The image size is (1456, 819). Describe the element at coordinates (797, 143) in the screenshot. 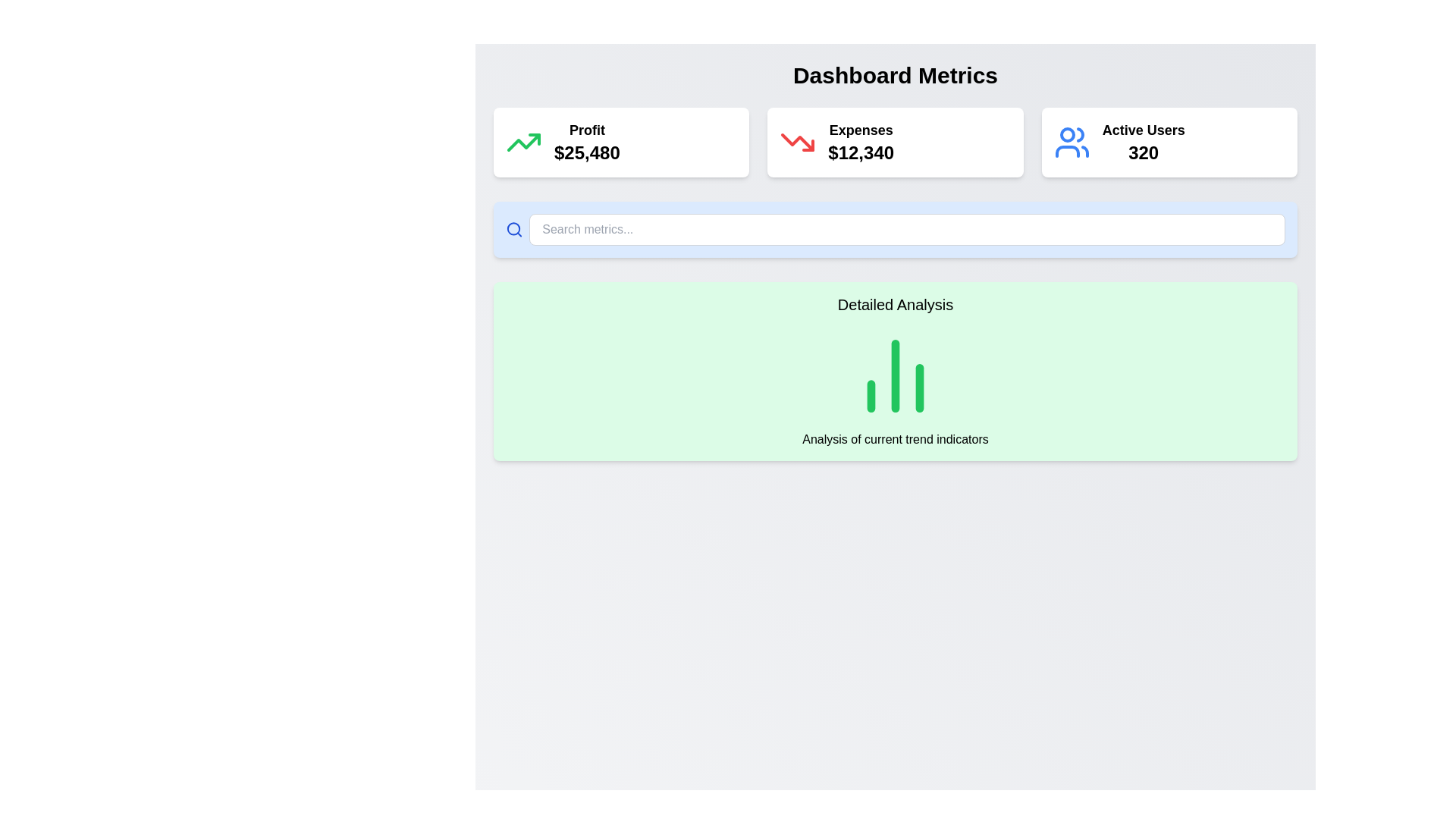

I see `the downward financial trend icon representing the 'Expenses' category, which is the leftmost component in the 'Expenses $12,340' card located in the middle of the top row of the dashboard` at that location.